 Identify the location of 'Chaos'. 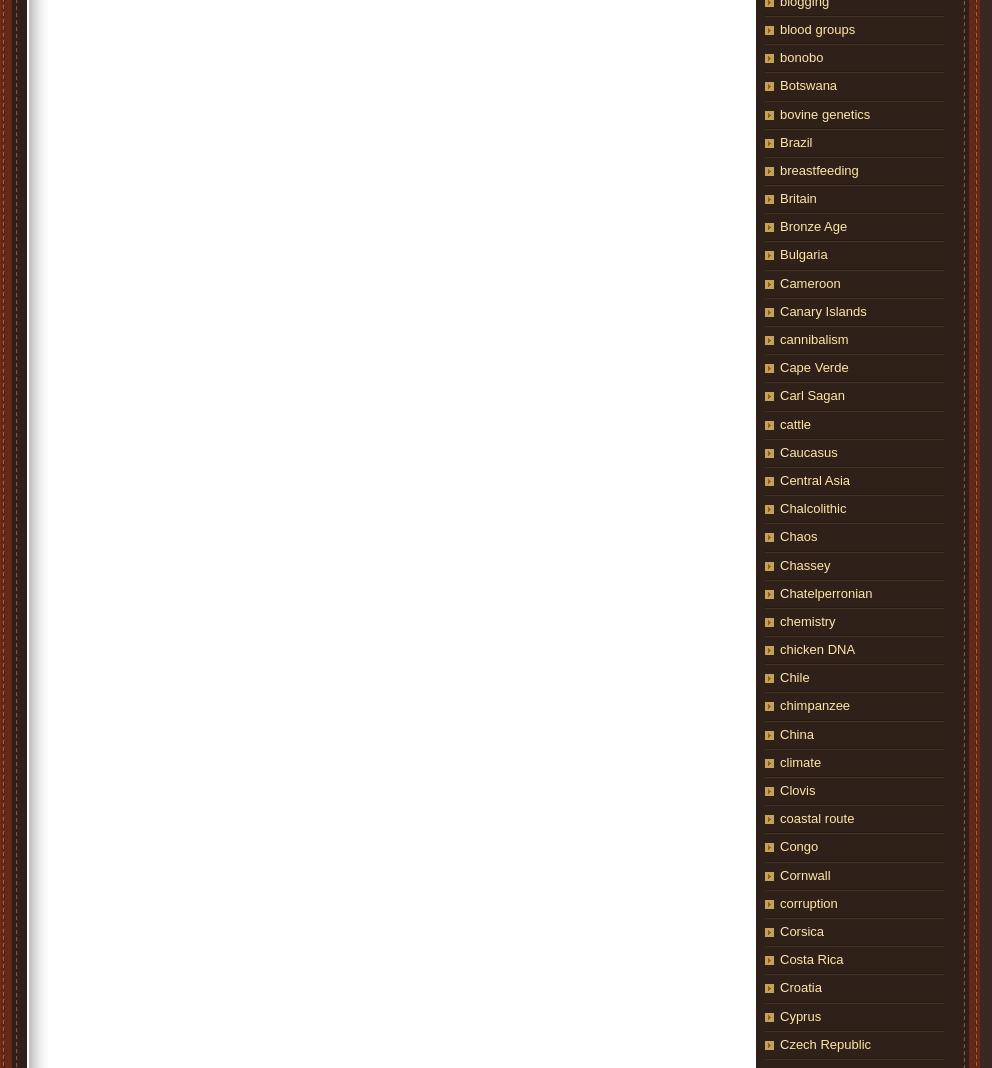
(798, 535).